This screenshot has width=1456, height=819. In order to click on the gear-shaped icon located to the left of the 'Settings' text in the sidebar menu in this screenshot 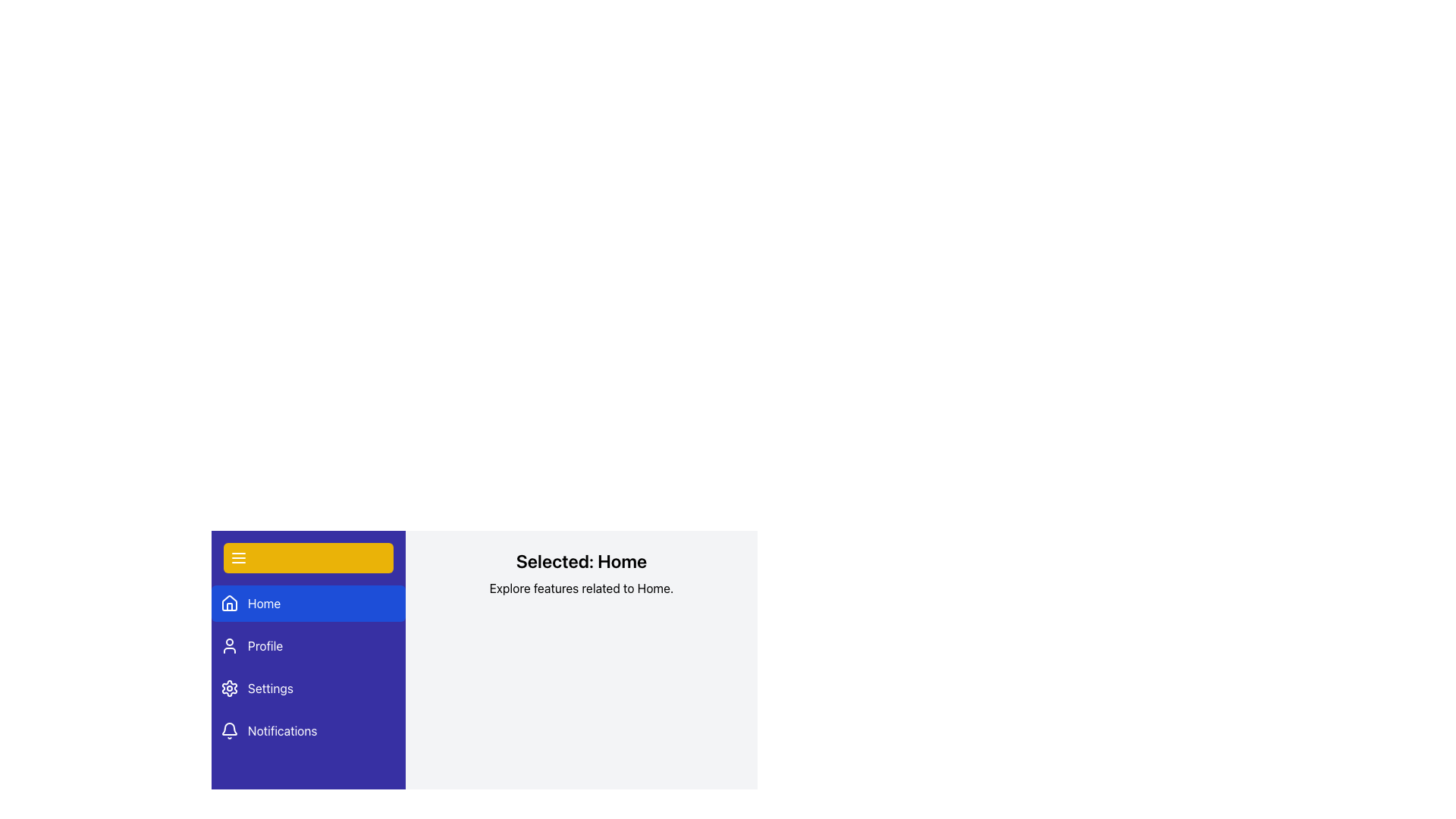, I will do `click(228, 688)`.